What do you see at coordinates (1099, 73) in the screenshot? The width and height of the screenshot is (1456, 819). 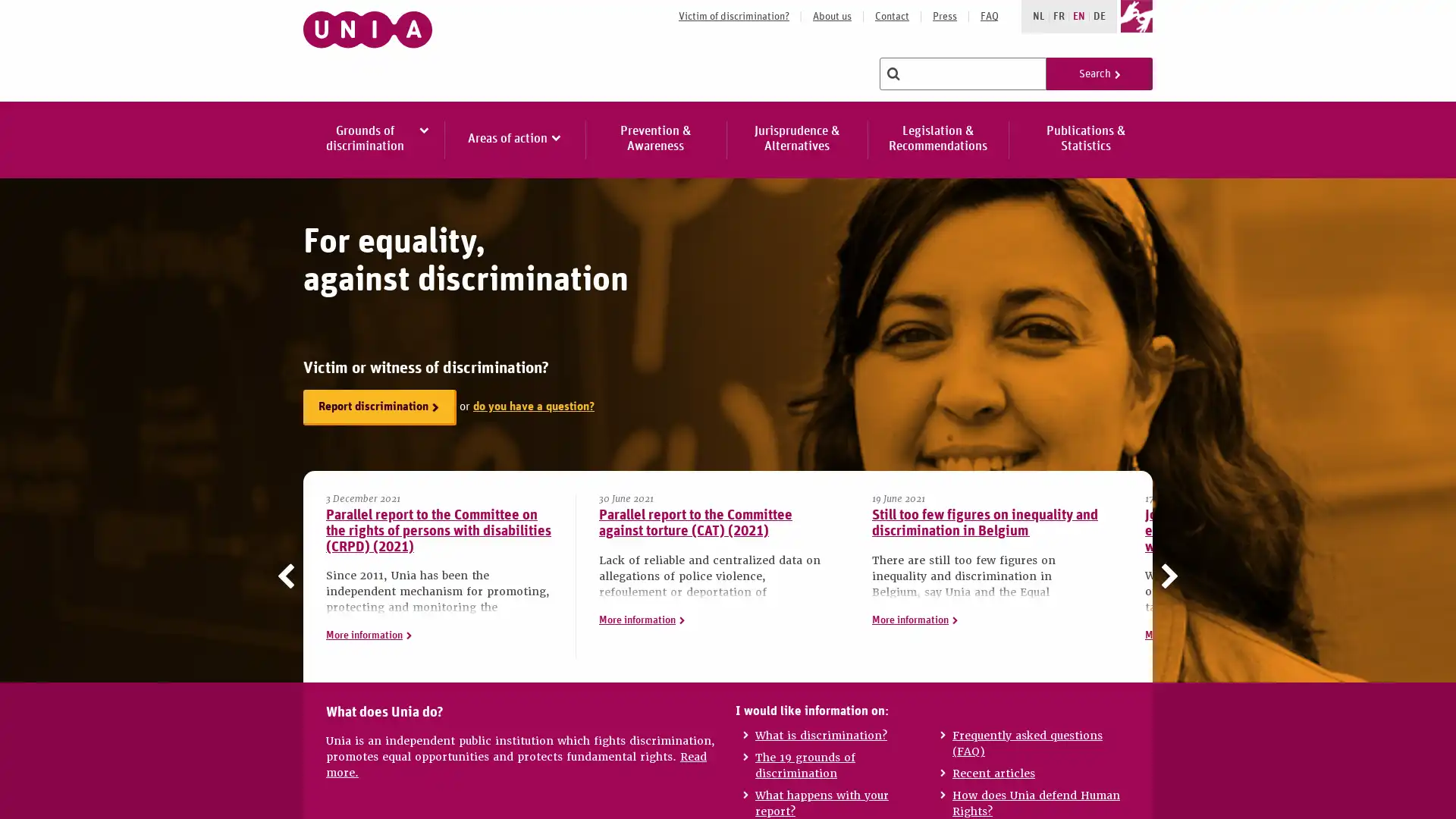 I see `Search` at bounding box center [1099, 73].